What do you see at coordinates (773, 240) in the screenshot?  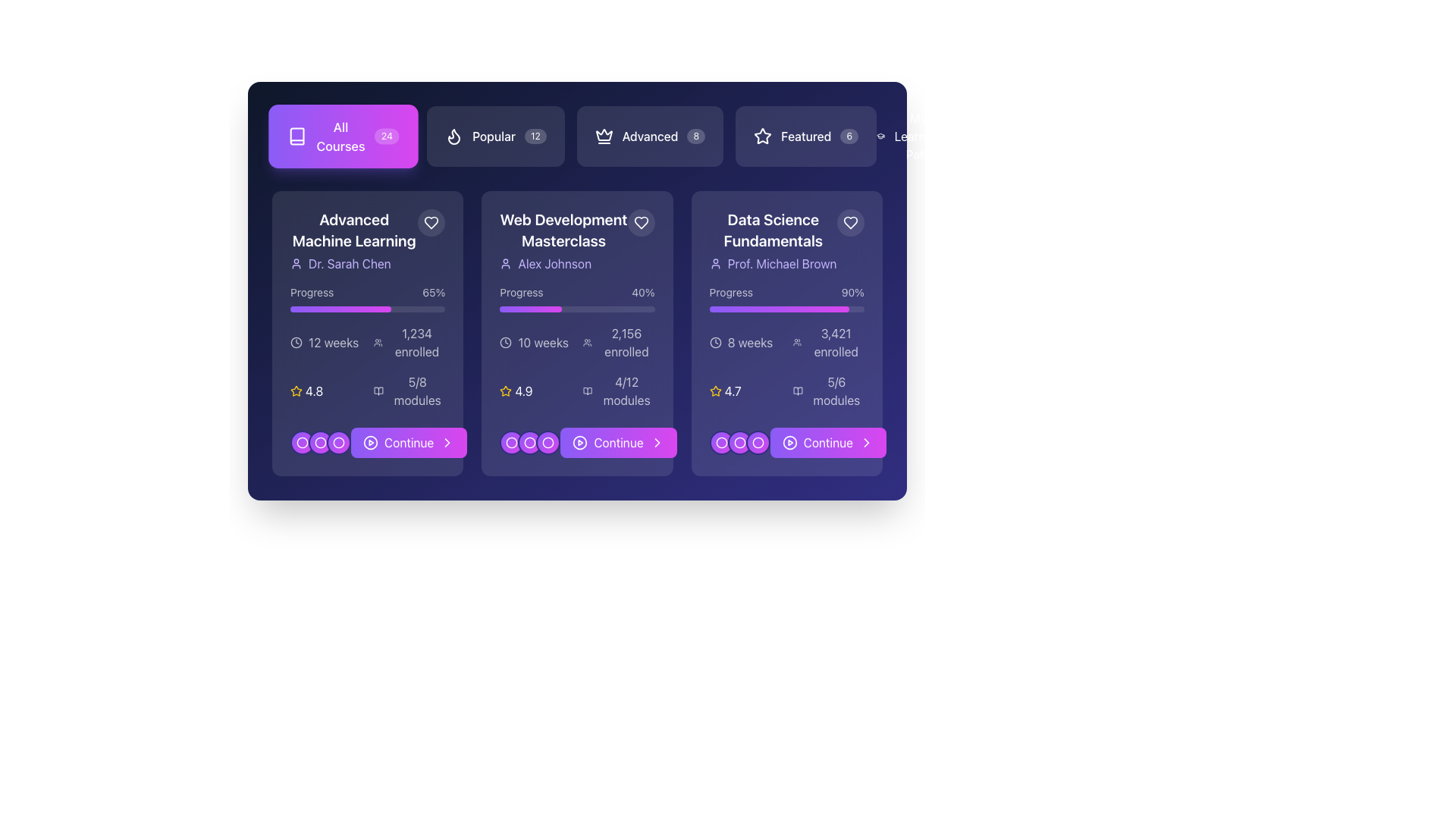 I see `the Text element with the heading 'Data Science Fundamentals' and the subtitle 'Prof. Michael Brown'` at bounding box center [773, 240].